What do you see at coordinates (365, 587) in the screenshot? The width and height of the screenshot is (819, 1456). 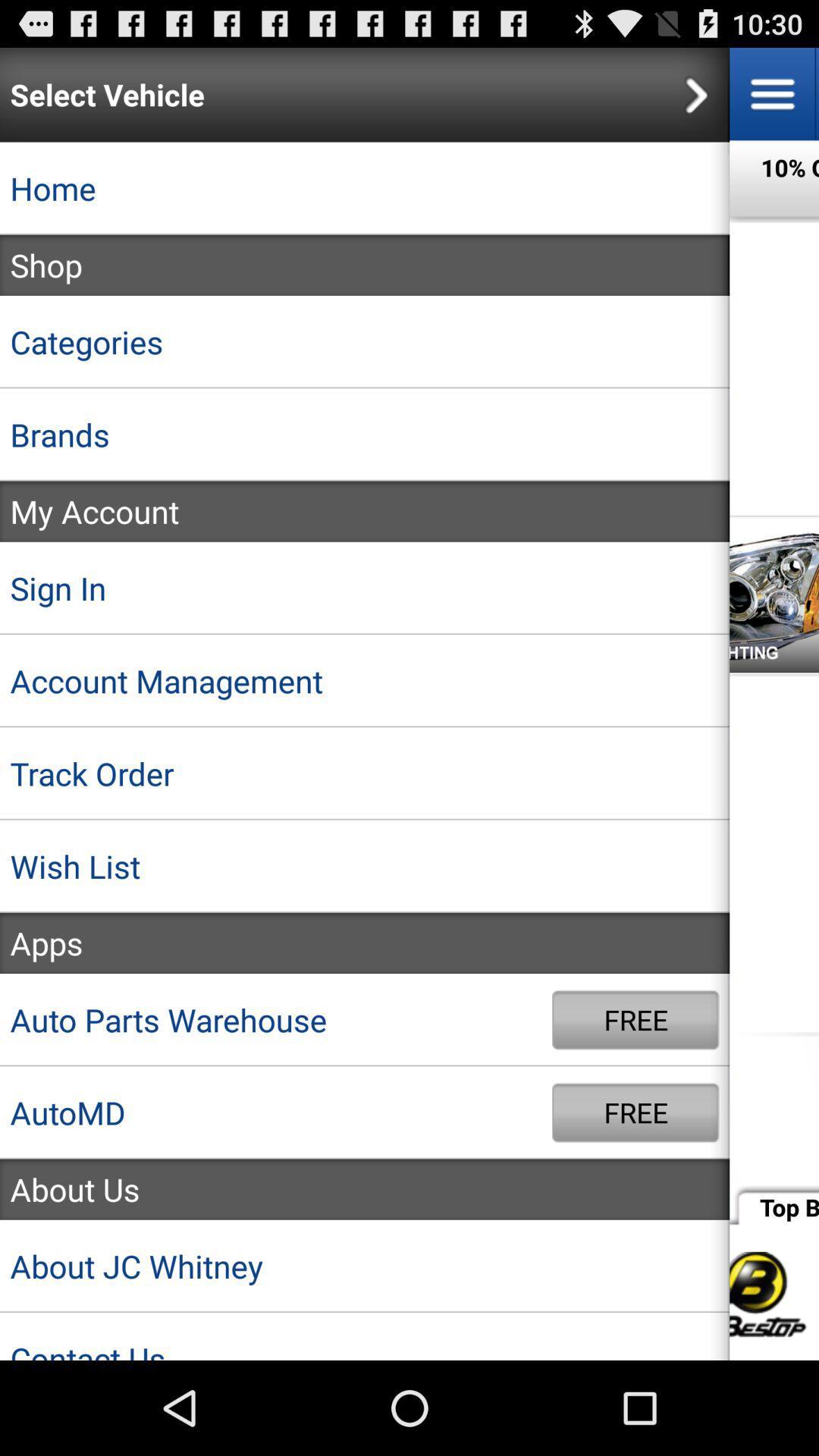 I see `the sign in app` at bounding box center [365, 587].